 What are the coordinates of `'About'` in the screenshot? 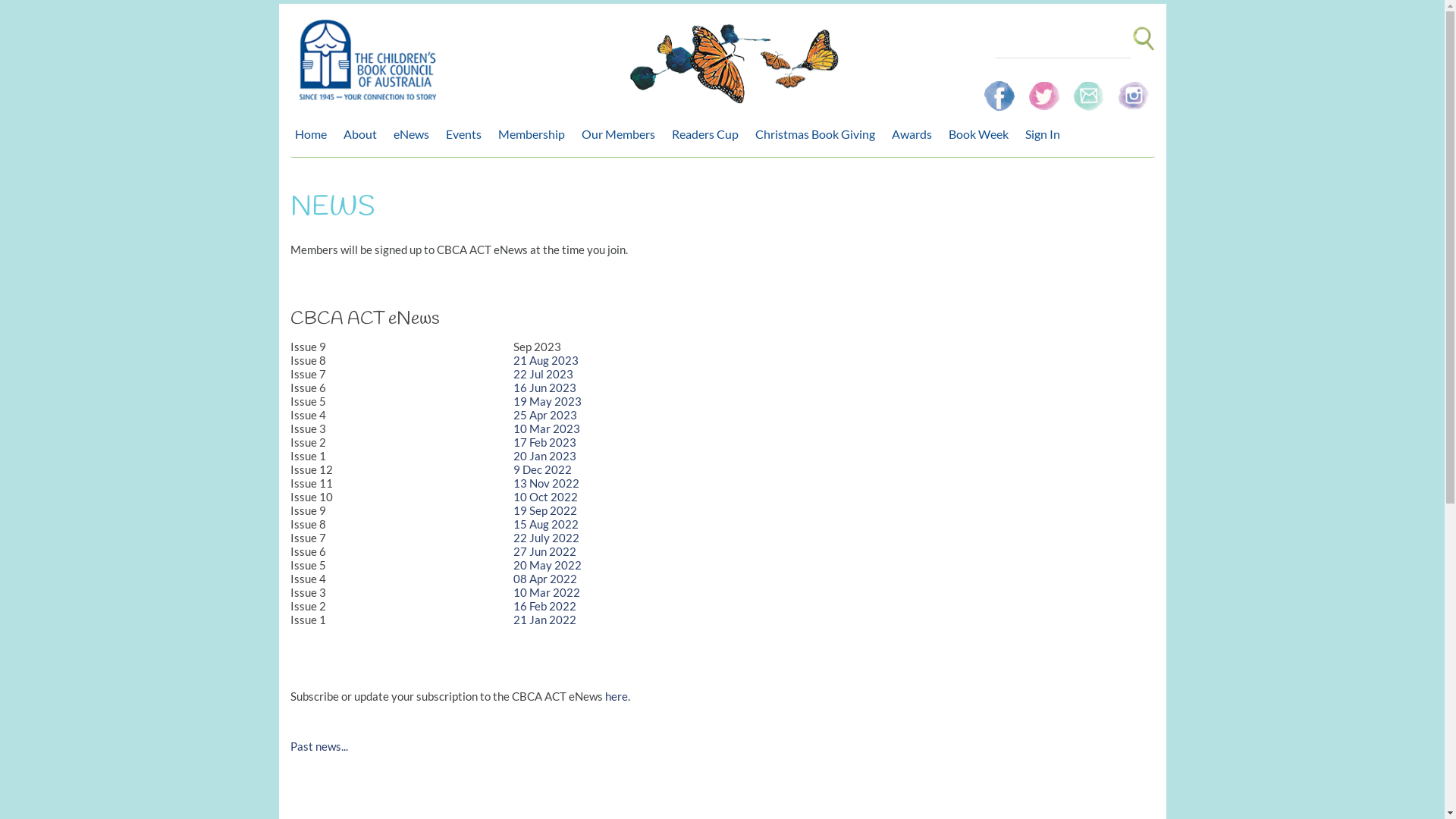 It's located at (362, 133).